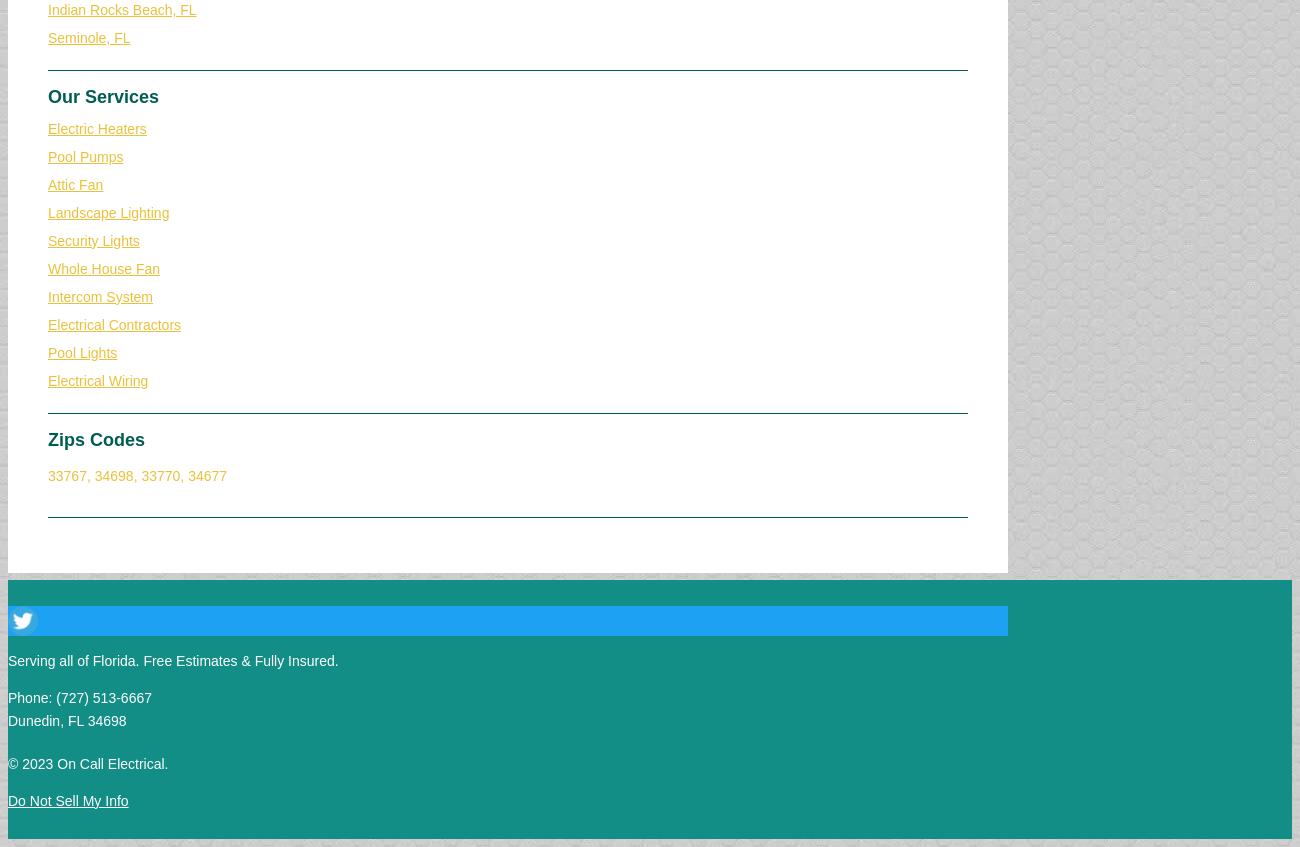 This screenshot has height=847, width=1300. I want to click on '© 2023 On Call Electrical.', so click(88, 761).